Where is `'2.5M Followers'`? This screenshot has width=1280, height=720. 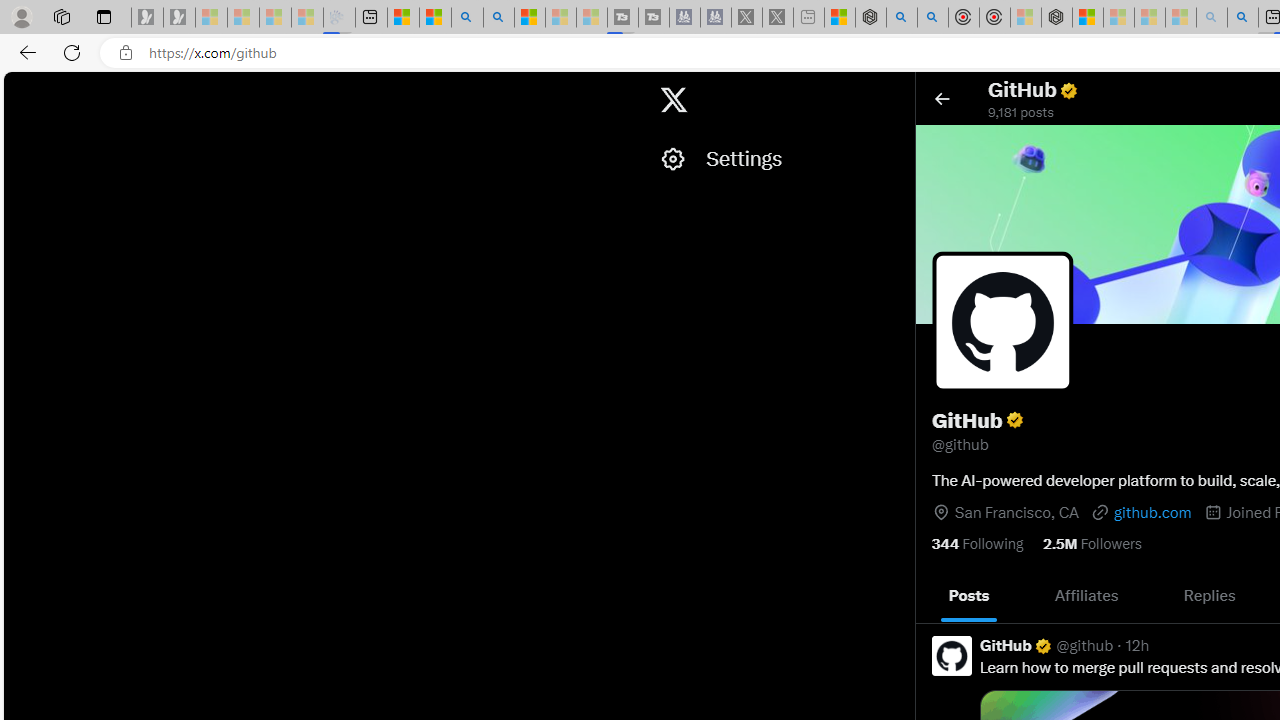 '2.5M Followers' is located at coordinates (1092, 543).